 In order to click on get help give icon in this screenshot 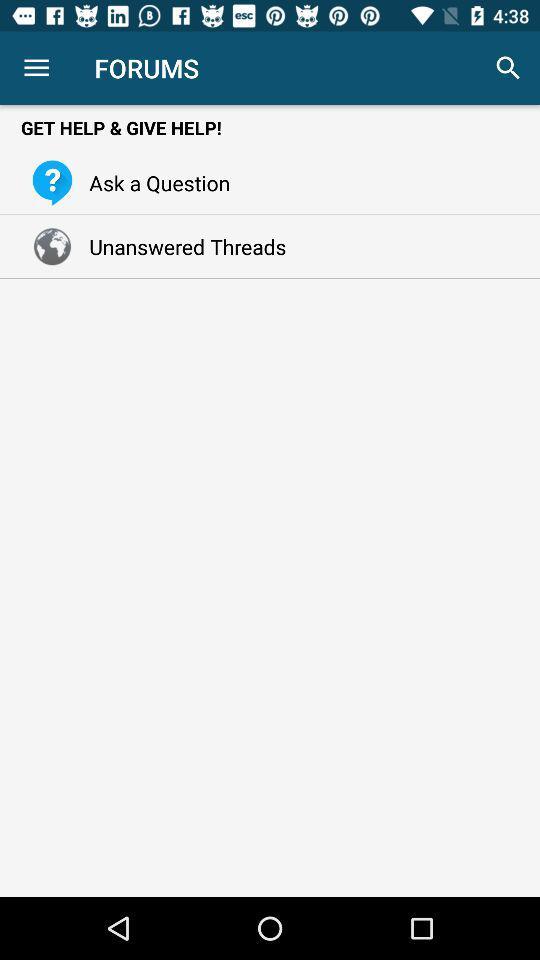, I will do `click(270, 126)`.